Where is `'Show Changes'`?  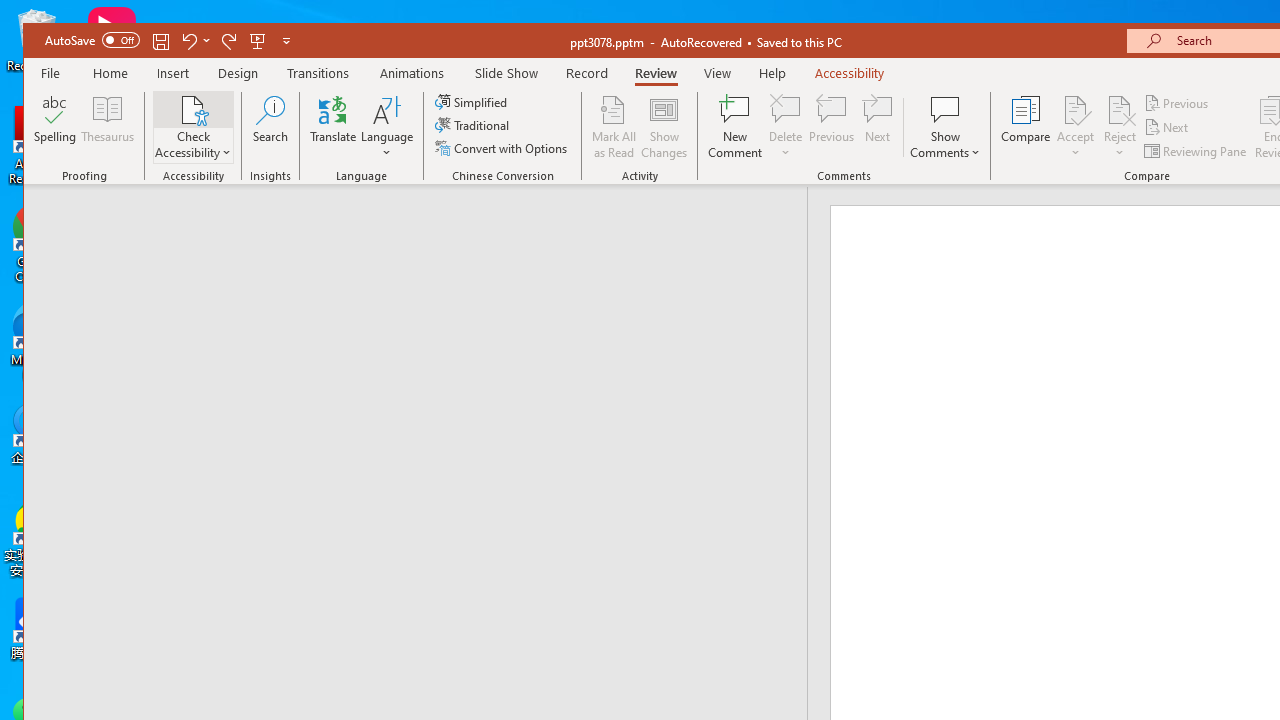 'Show Changes' is located at coordinates (664, 127).